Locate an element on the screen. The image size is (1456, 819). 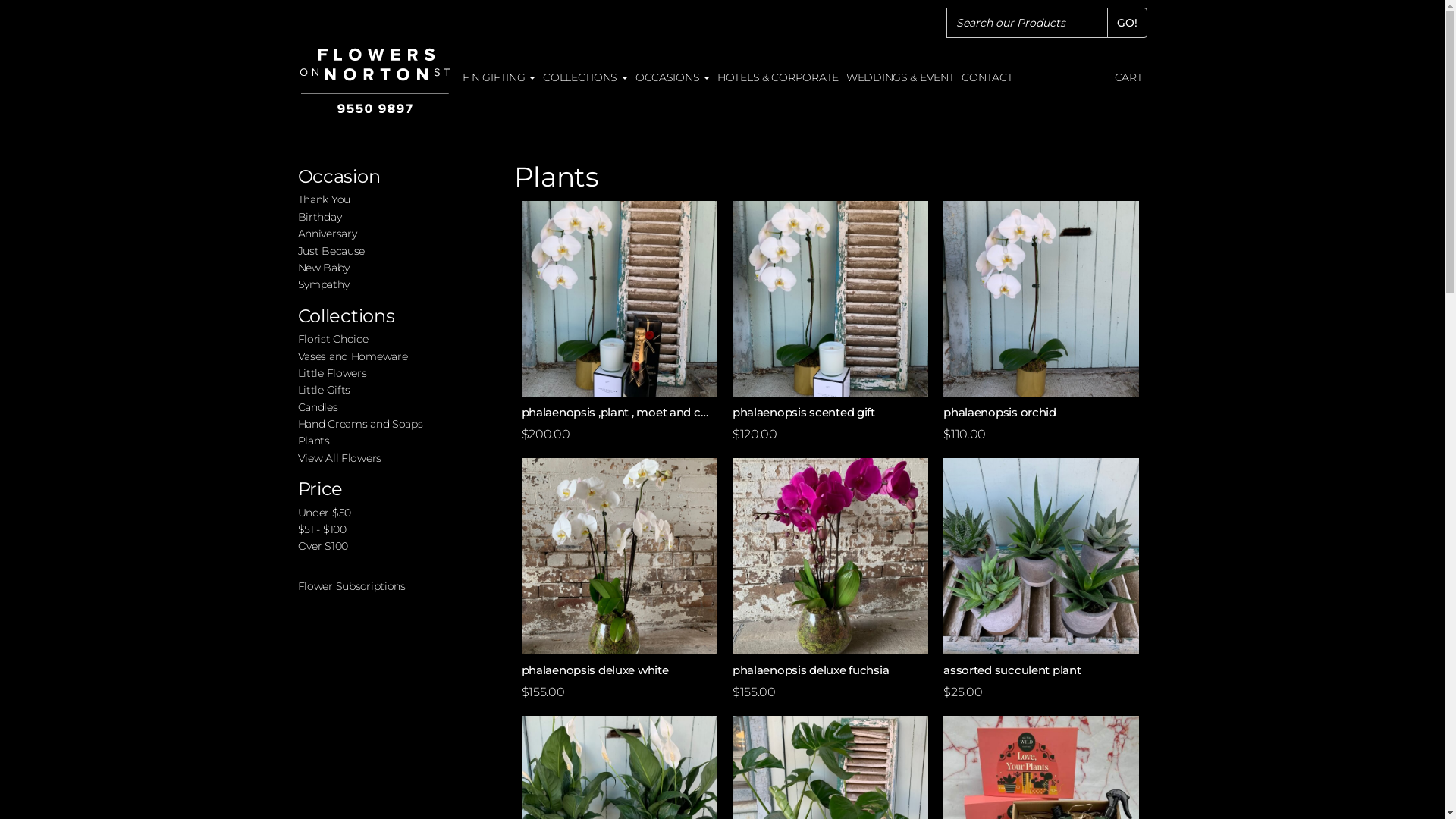
'Little Flowers' is located at coordinates (331, 373).